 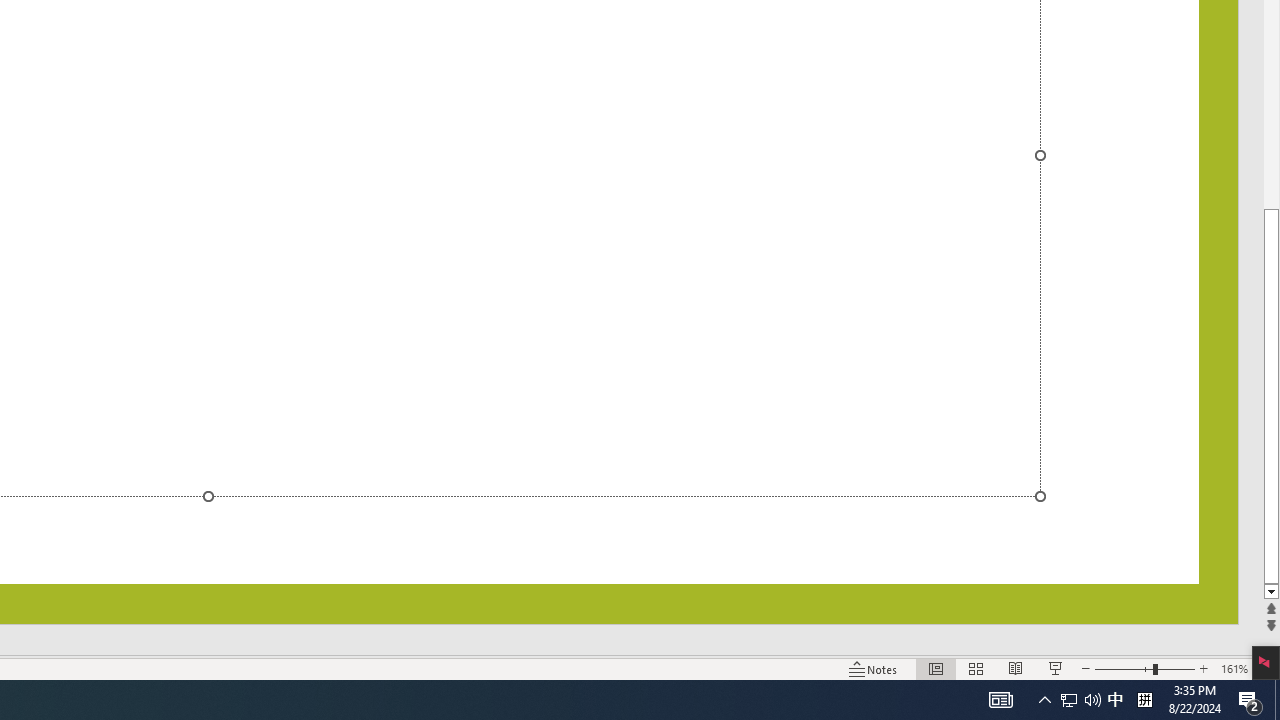 What do you see at coordinates (1000, 698) in the screenshot?
I see `'AutomationID: 4105'` at bounding box center [1000, 698].